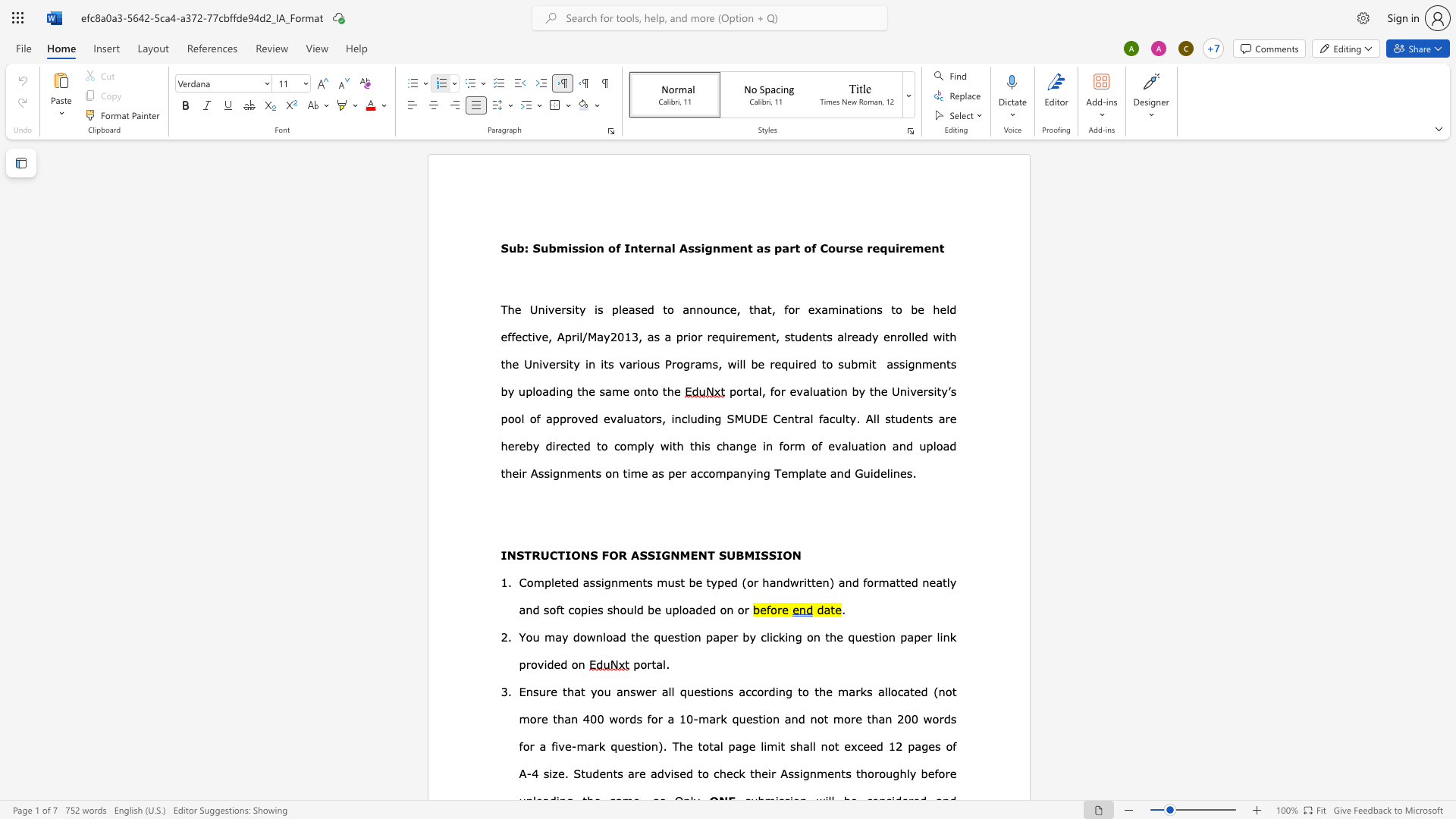  What do you see at coordinates (686, 718) in the screenshot?
I see `the space between the continuous character "1" and "0" in the text` at bounding box center [686, 718].